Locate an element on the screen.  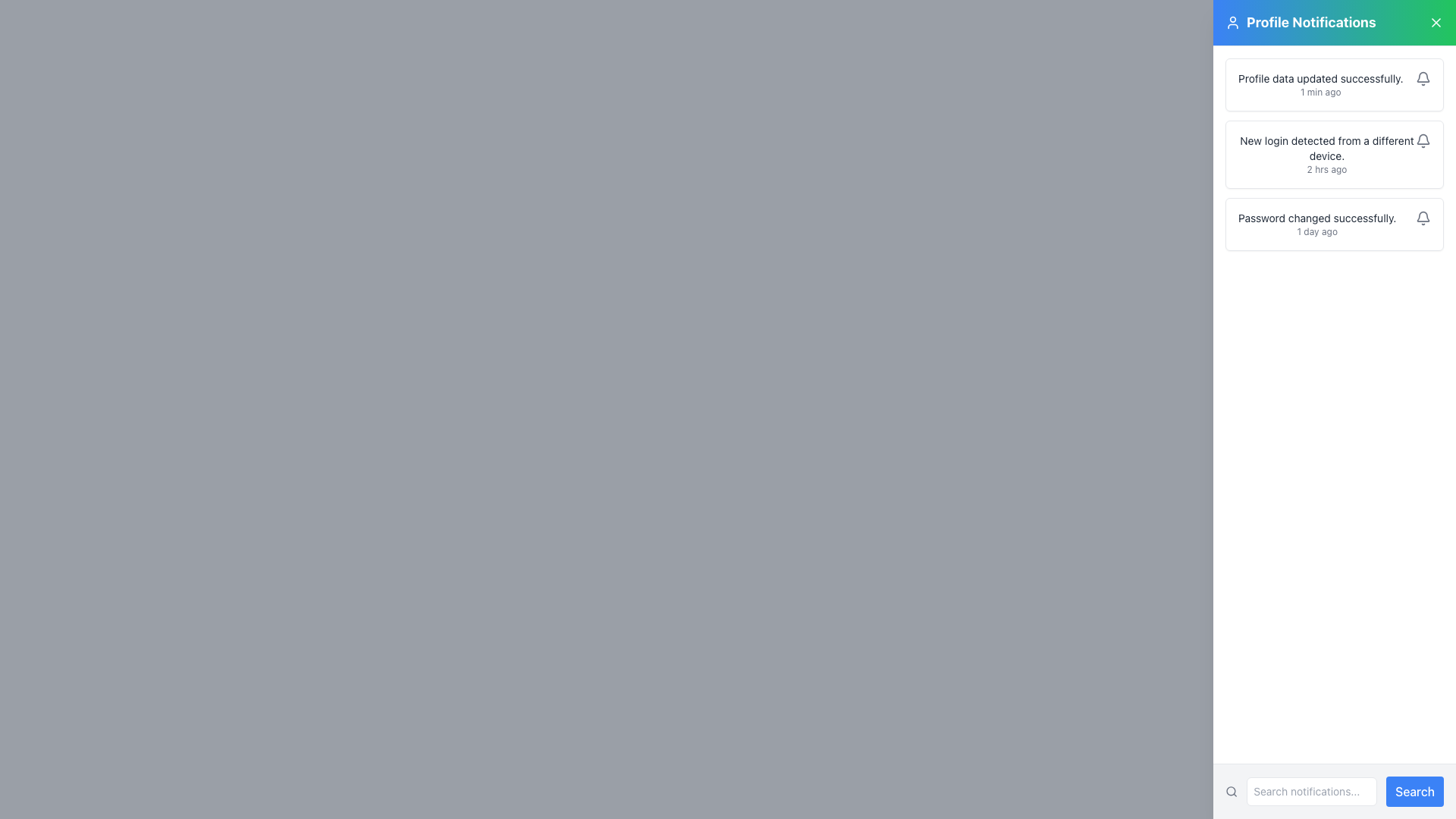
the text label displaying '2 hrs ago' which is located beneath the notification message 'New login detected from a different device.' in the right-side notification panel is located at coordinates (1326, 169).